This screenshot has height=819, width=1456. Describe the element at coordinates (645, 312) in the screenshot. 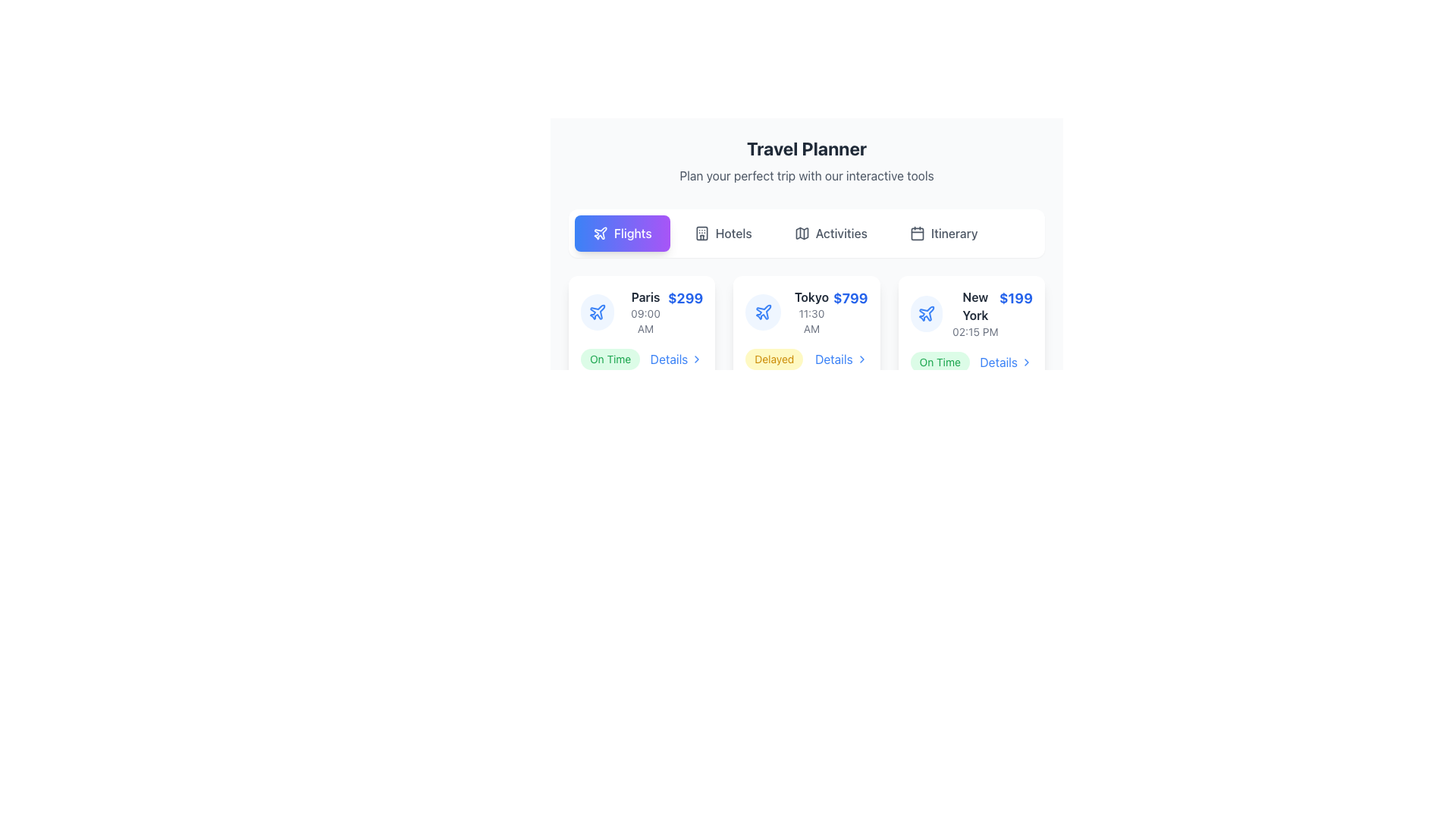

I see `displayed text showing the destination name 'Paris' and departure time '09:00 AM' from the text display element located in the center of the first flight option panel under the 'Flights' tab` at that location.